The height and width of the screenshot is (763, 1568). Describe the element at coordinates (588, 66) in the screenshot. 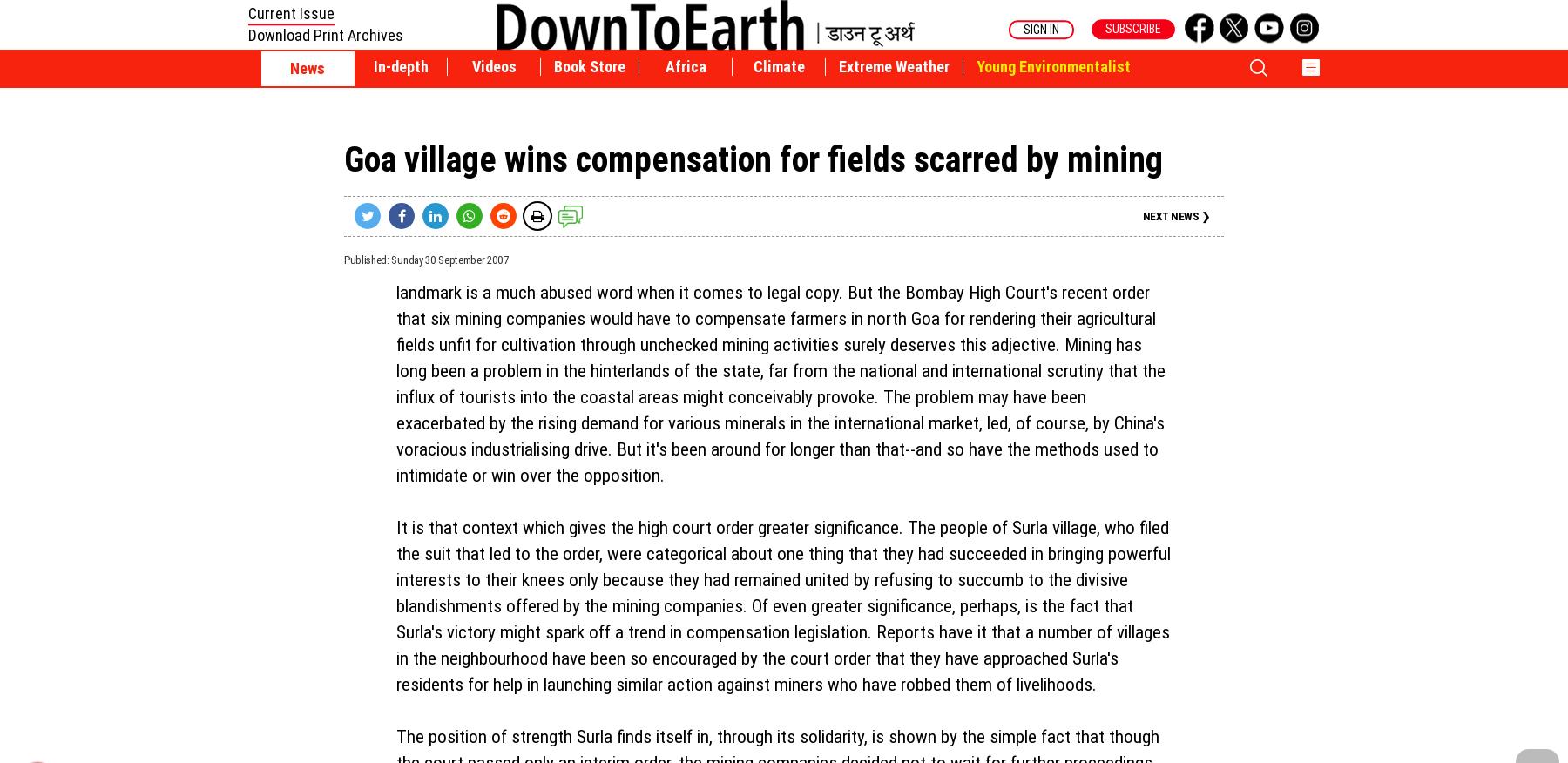

I see `'Book Store'` at that location.